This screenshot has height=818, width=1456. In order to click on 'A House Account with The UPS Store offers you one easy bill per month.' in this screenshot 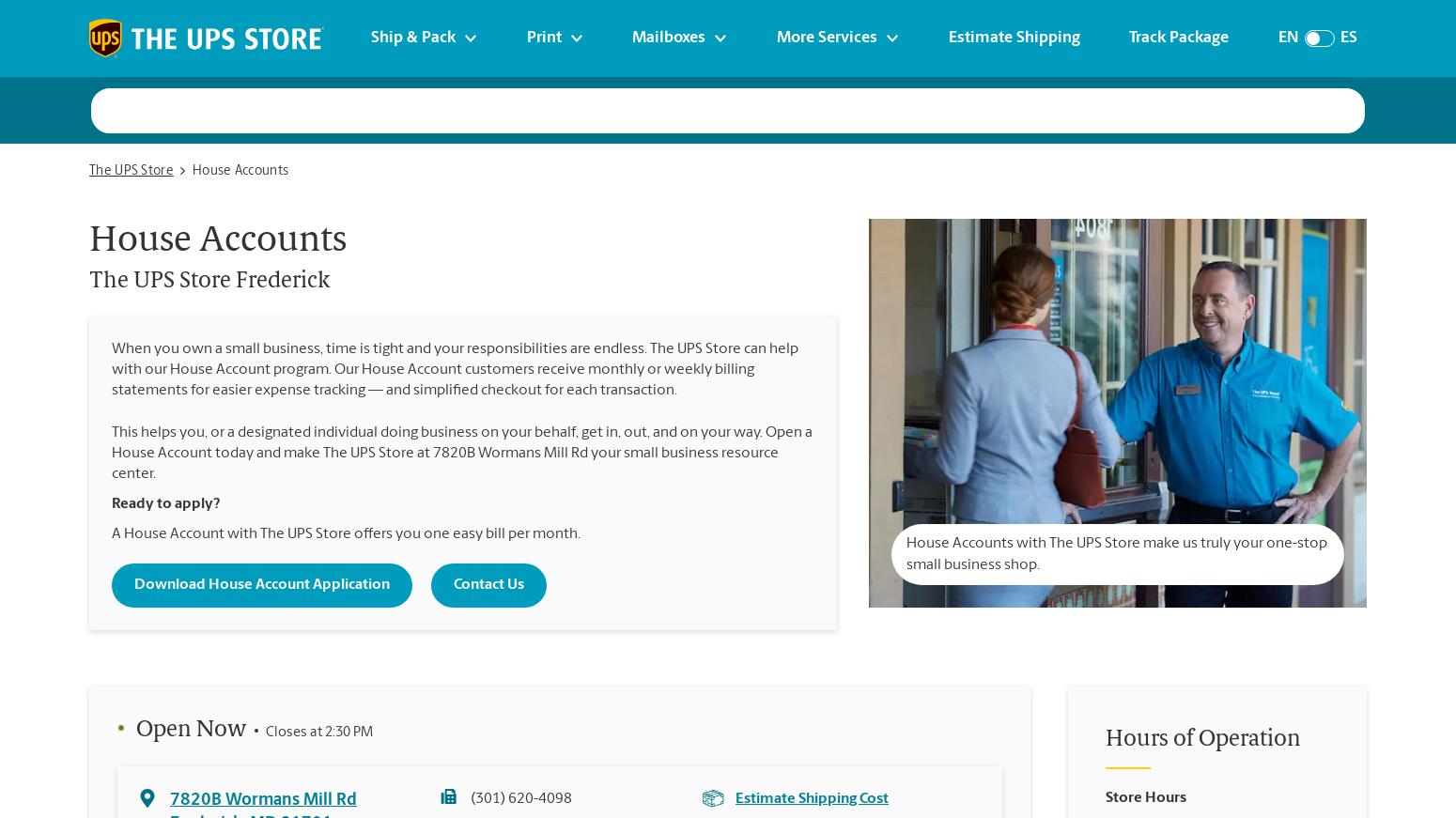, I will do `click(345, 532)`.